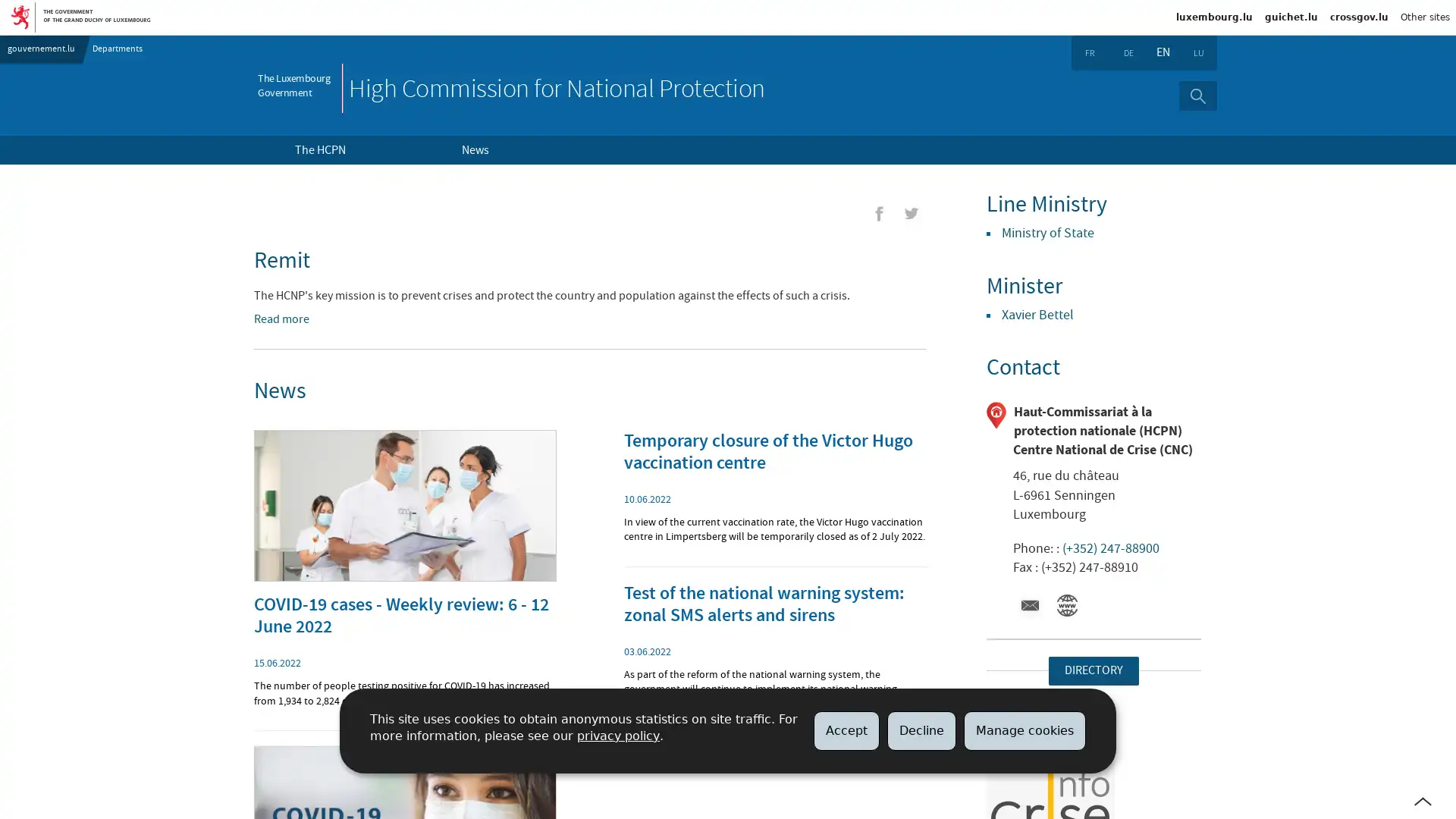 This screenshot has height=819, width=1456. What do you see at coordinates (921, 730) in the screenshot?
I see `Decline` at bounding box center [921, 730].